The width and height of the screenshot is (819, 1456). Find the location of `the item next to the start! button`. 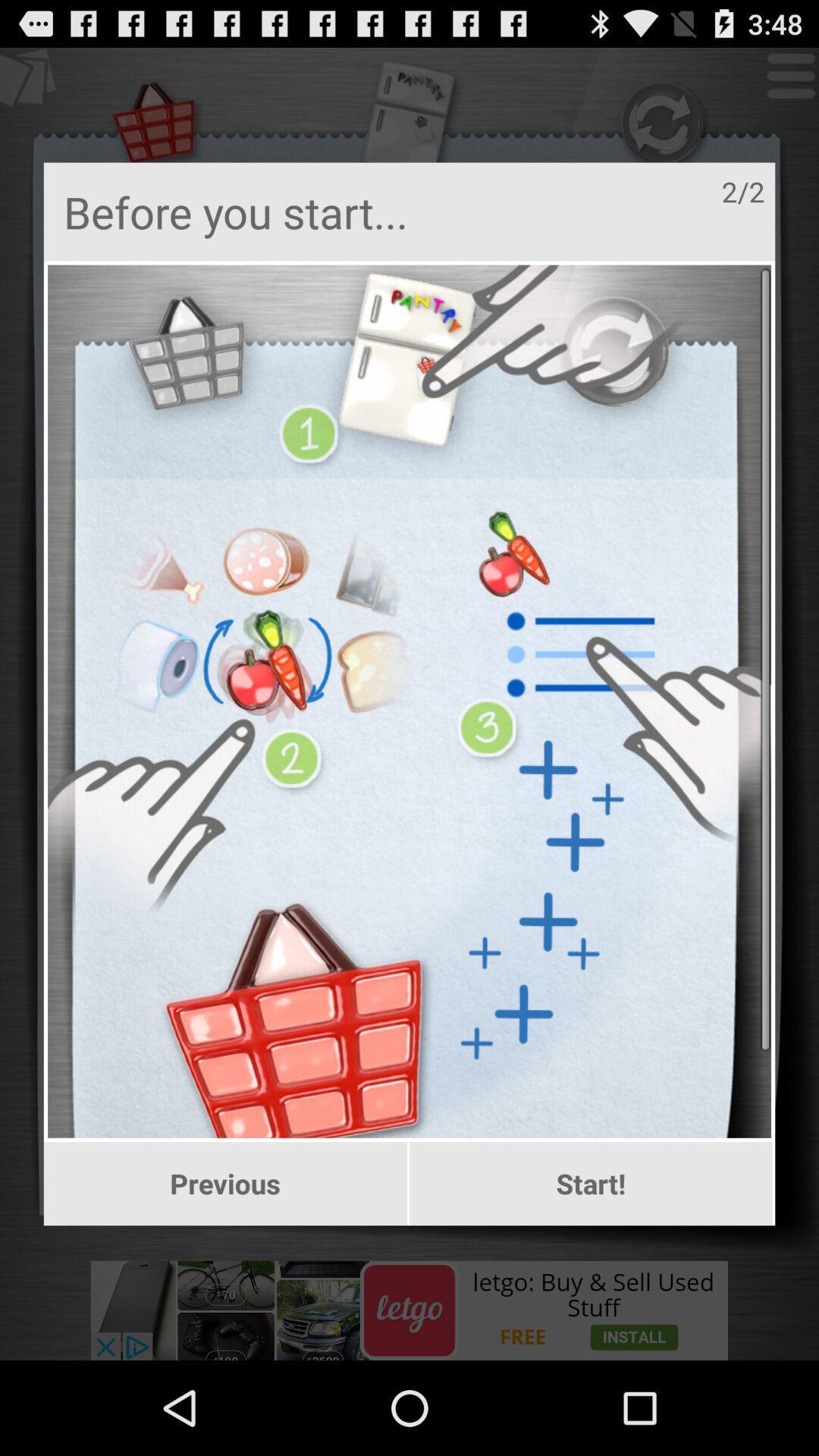

the item next to the start! button is located at coordinates (225, 1183).